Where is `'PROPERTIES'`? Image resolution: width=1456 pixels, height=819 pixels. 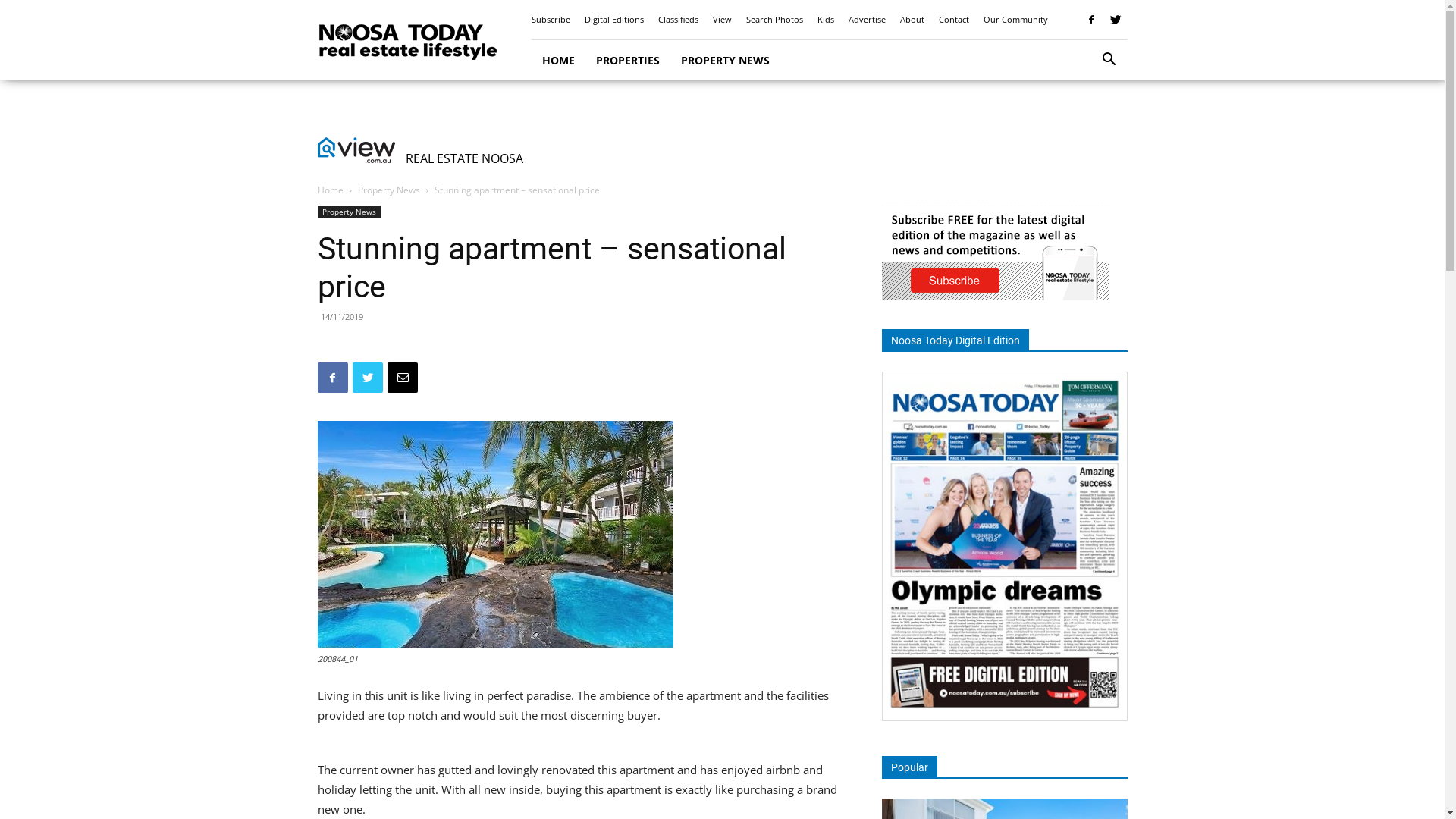
'PROPERTIES' is located at coordinates (585, 59).